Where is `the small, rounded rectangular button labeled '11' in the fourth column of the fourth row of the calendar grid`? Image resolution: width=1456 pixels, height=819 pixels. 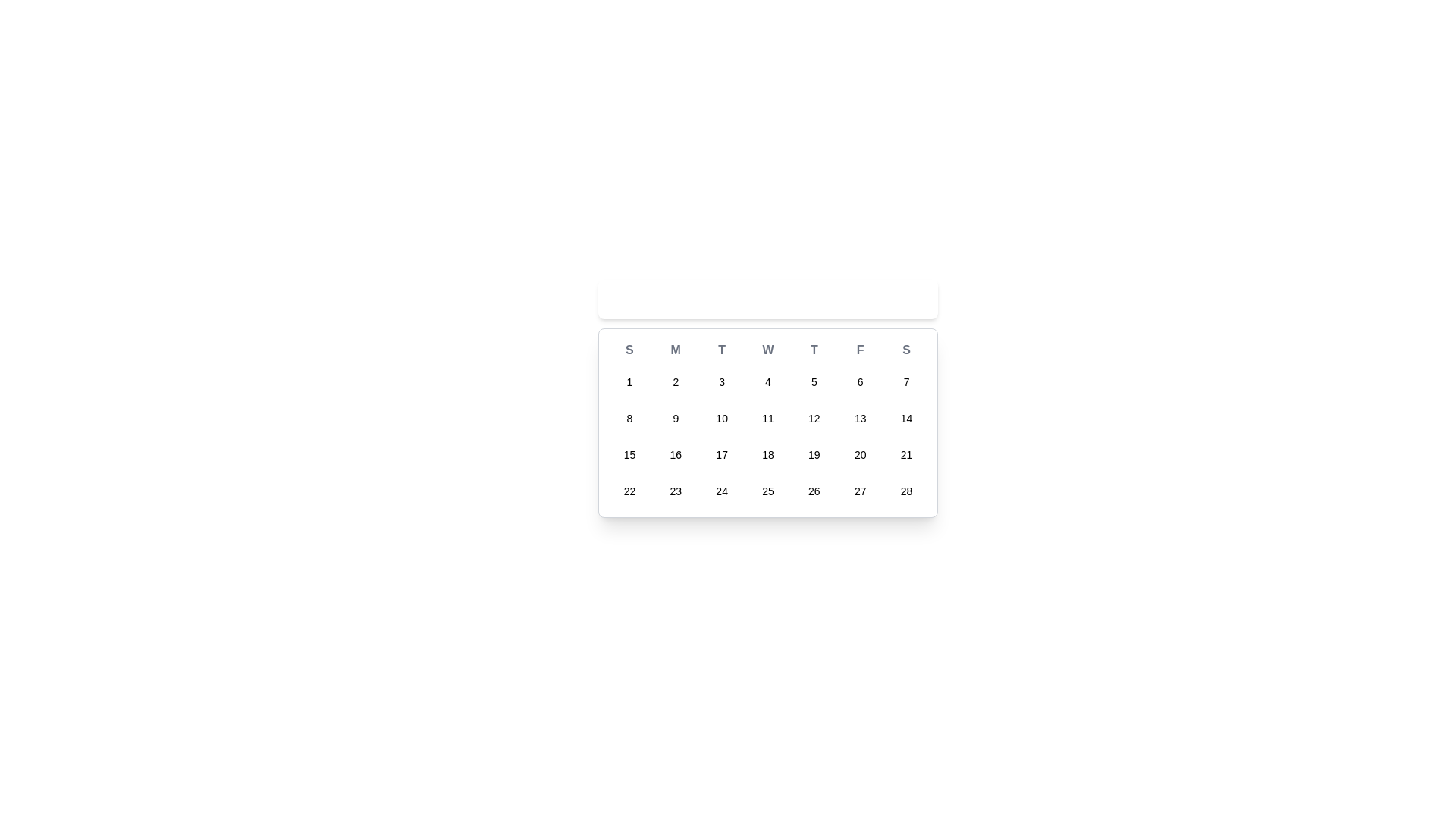 the small, rounded rectangular button labeled '11' in the fourth column of the fourth row of the calendar grid is located at coordinates (767, 418).